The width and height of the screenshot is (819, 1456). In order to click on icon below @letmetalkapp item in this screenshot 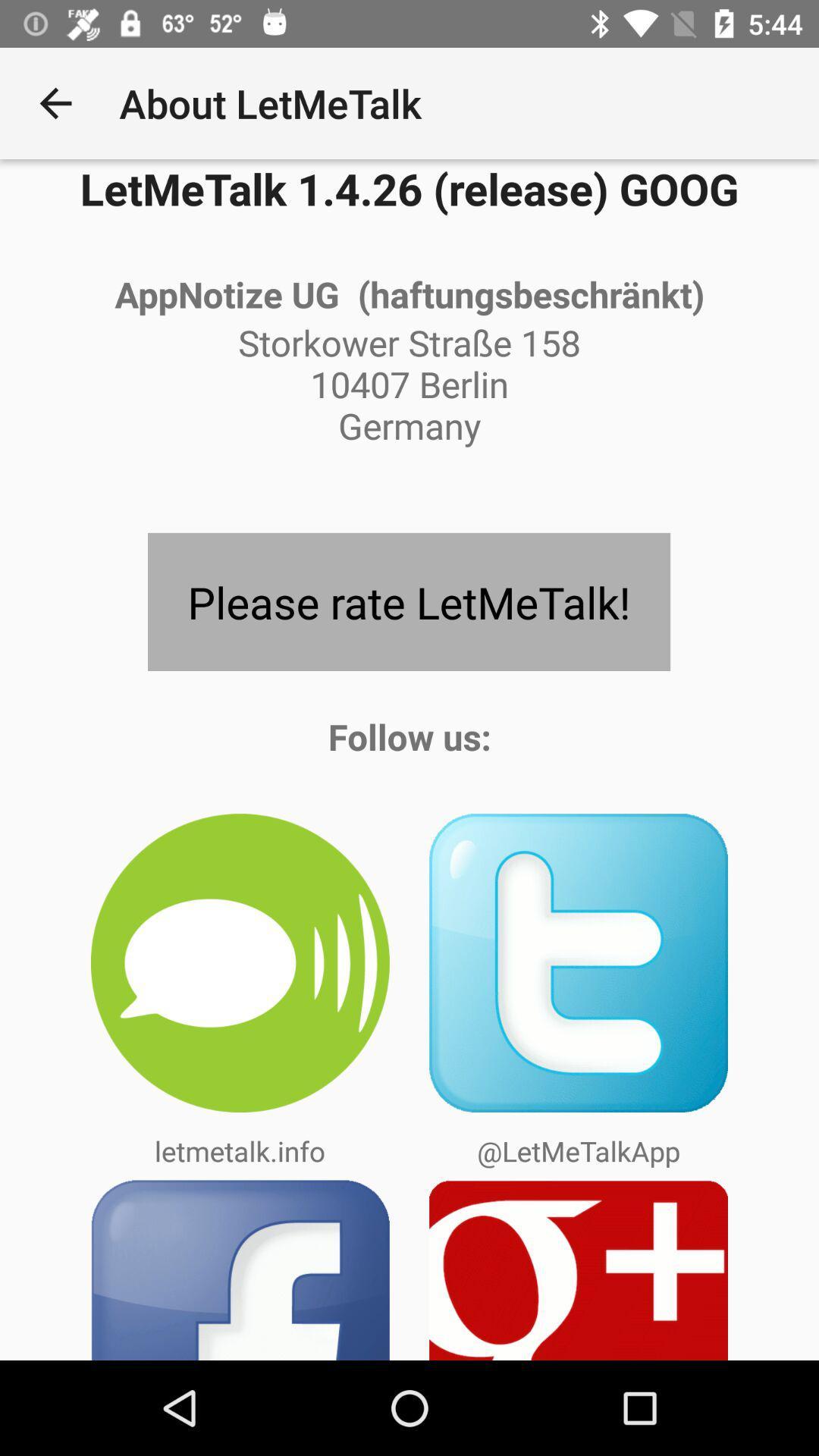, I will do `click(579, 1269)`.